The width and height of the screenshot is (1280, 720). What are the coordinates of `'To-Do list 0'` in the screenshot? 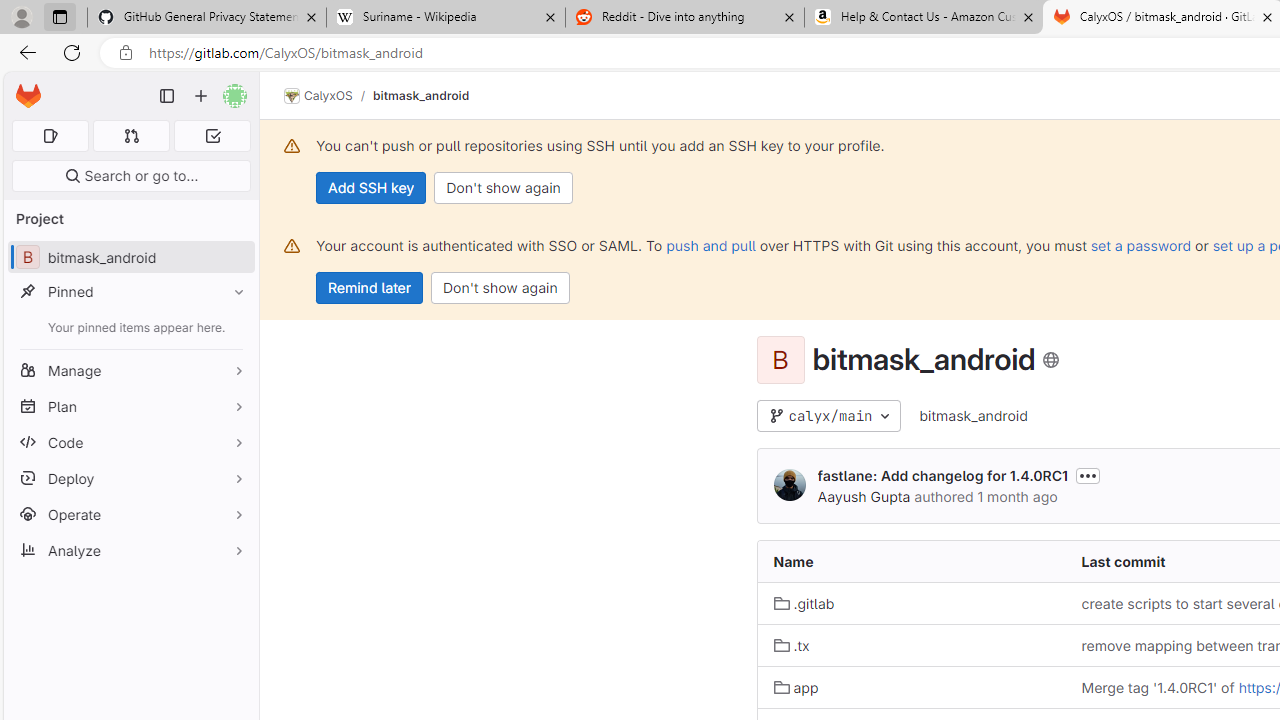 It's located at (212, 135).